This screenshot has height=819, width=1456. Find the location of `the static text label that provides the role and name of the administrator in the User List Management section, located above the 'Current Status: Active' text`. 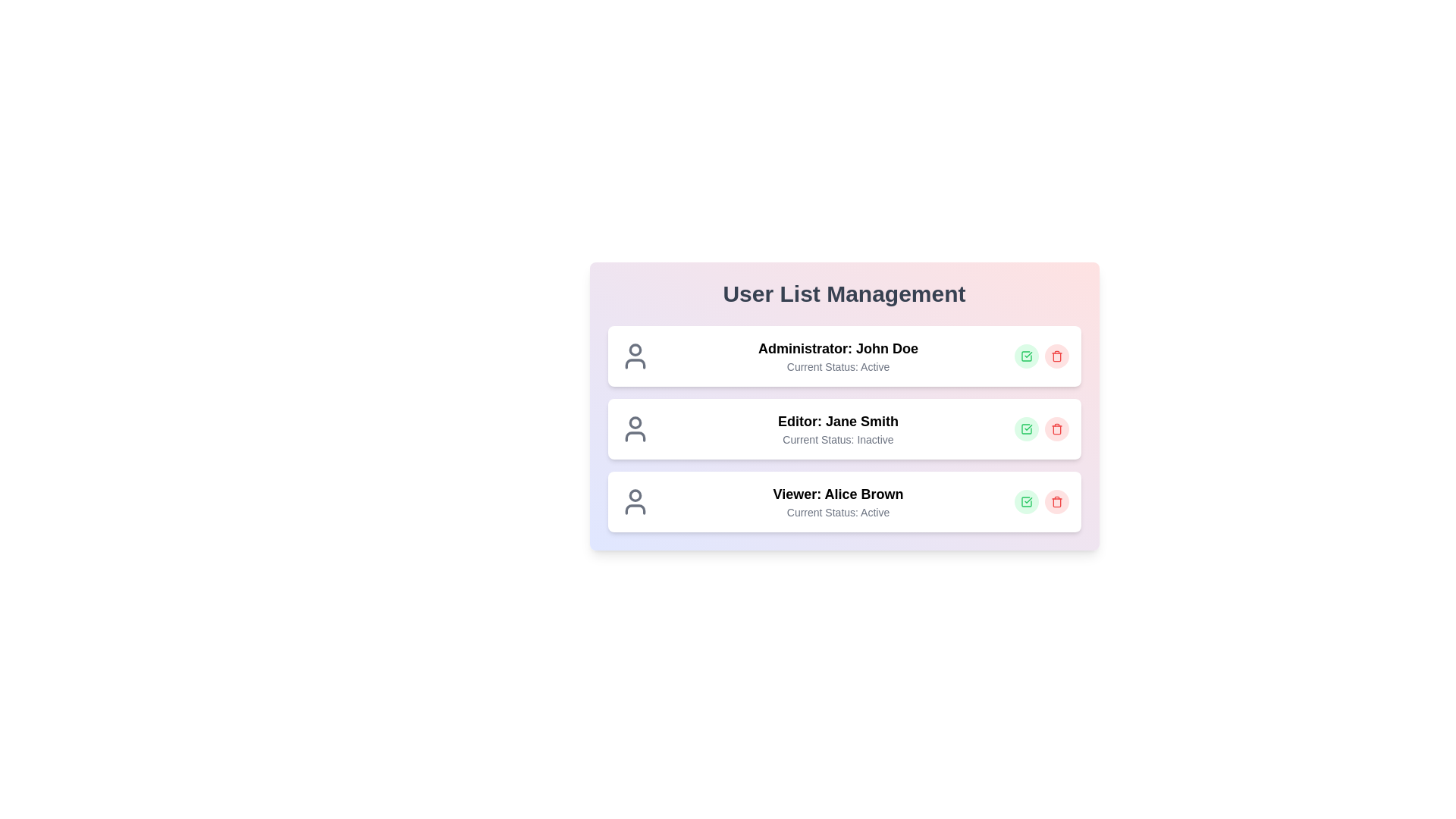

the static text label that provides the role and name of the administrator in the User List Management section, located above the 'Current Status: Active' text is located at coordinates (837, 348).